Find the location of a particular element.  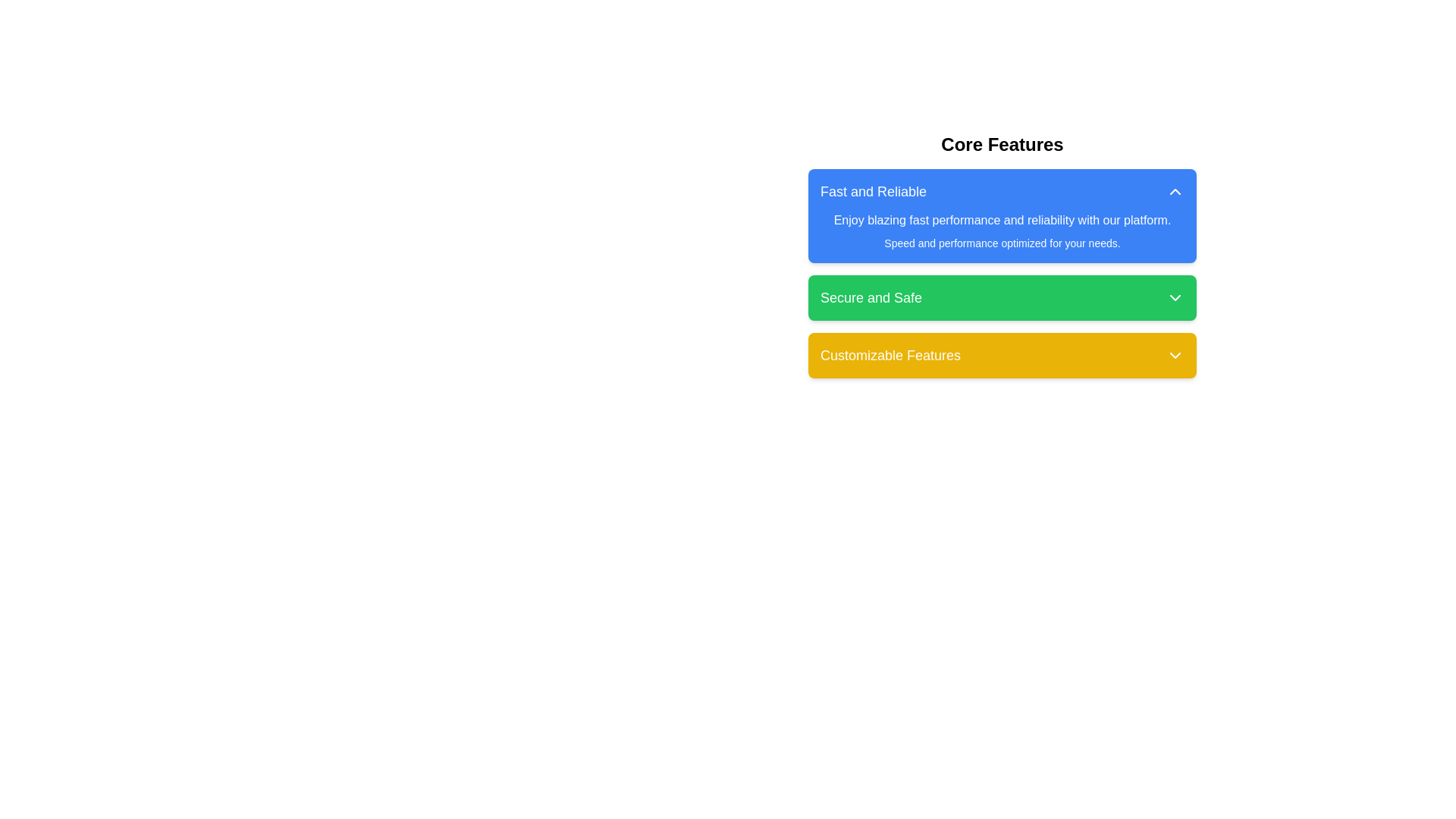

the downward-facing chevron icon button located on the far-right edge of the 'Customizable Features' section is located at coordinates (1175, 356).